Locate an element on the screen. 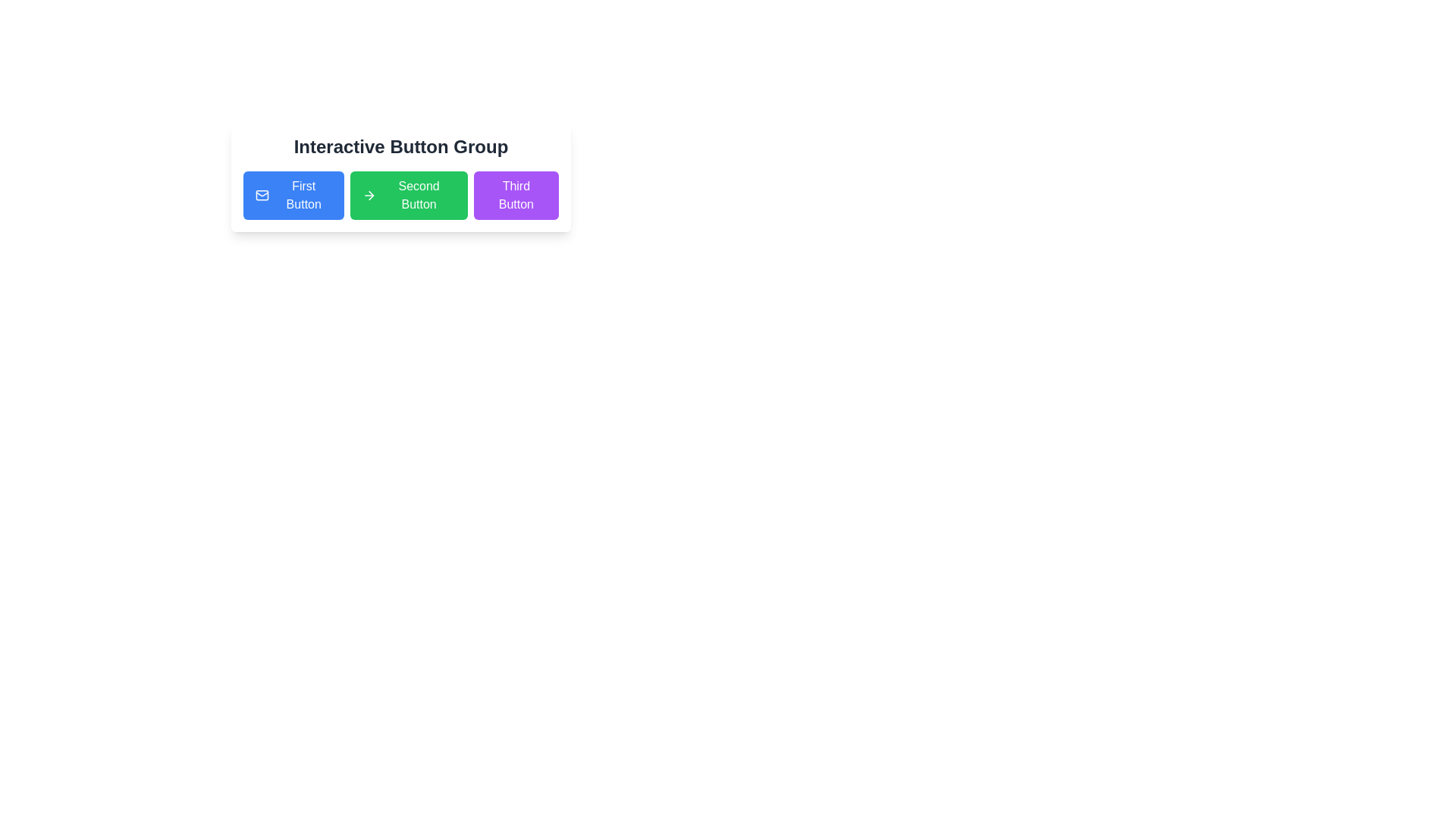  the blue 'First Button' which has white text and an envelope icon to trigger visual effects like scaling is located at coordinates (293, 195).